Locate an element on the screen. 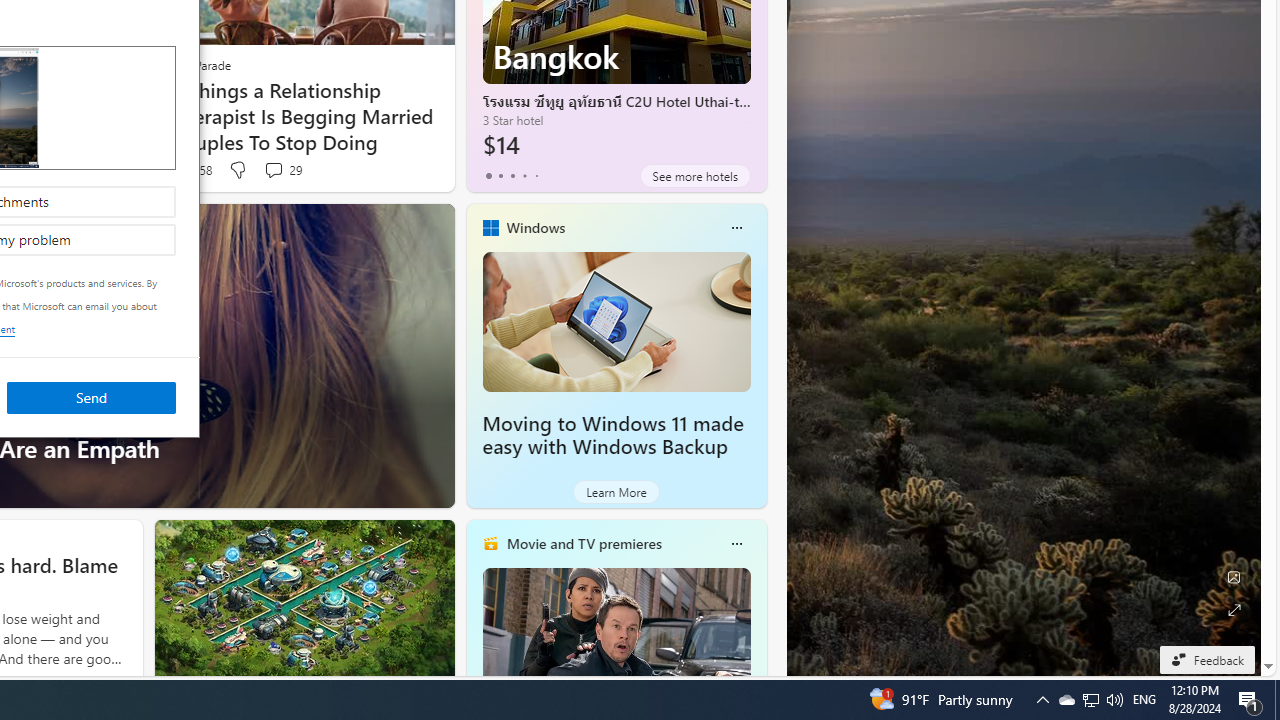 Image resolution: width=1280 pixels, height=720 pixels. 'Tray Input Indicator - English (United States)' is located at coordinates (1144, 698).